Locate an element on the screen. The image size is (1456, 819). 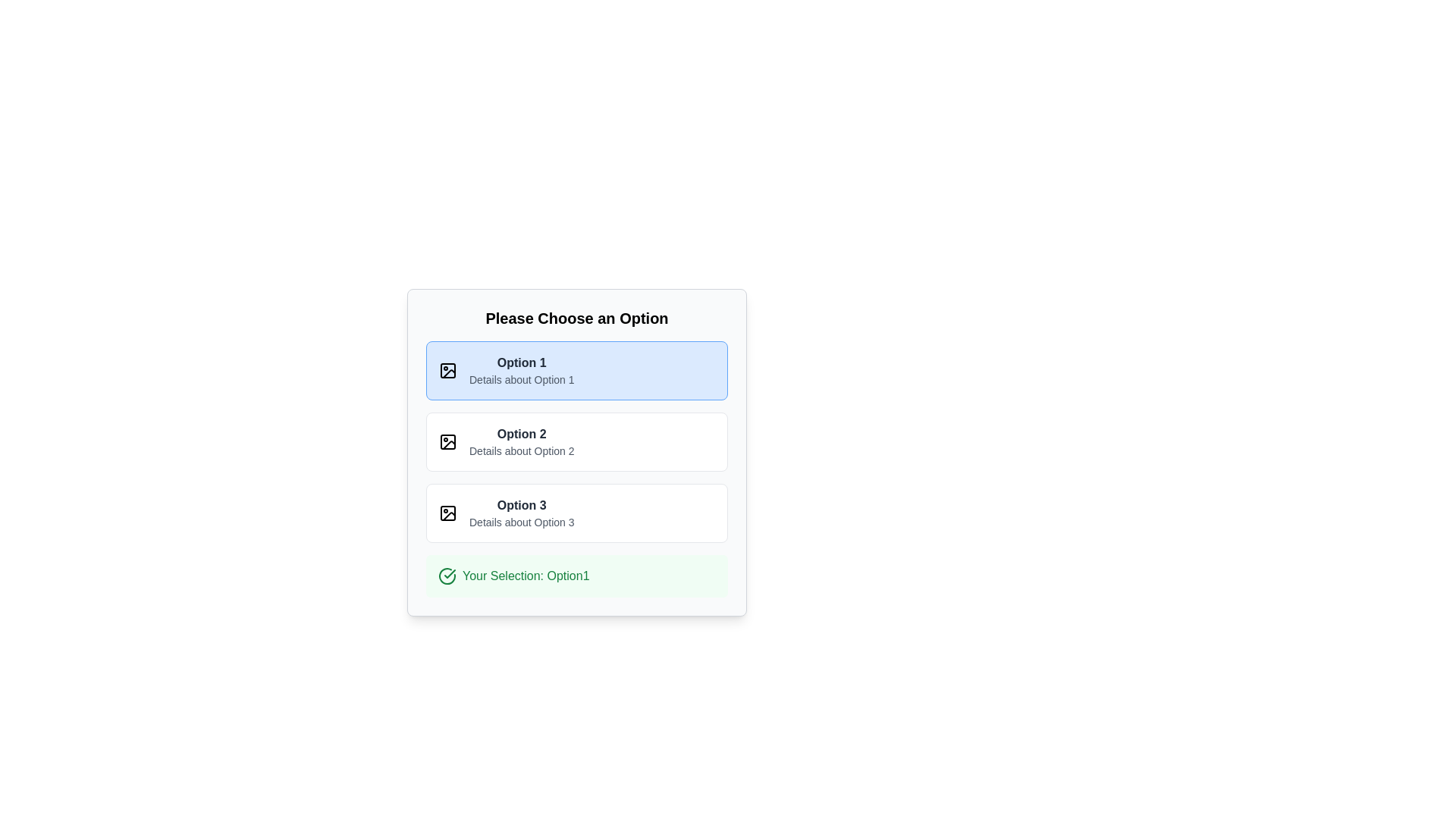
the Image icon that accompanies the 'Option 1' text label, which is highlighted in blue and located at the top-left within the 'Option 1' component is located at coordinates (447, 371).